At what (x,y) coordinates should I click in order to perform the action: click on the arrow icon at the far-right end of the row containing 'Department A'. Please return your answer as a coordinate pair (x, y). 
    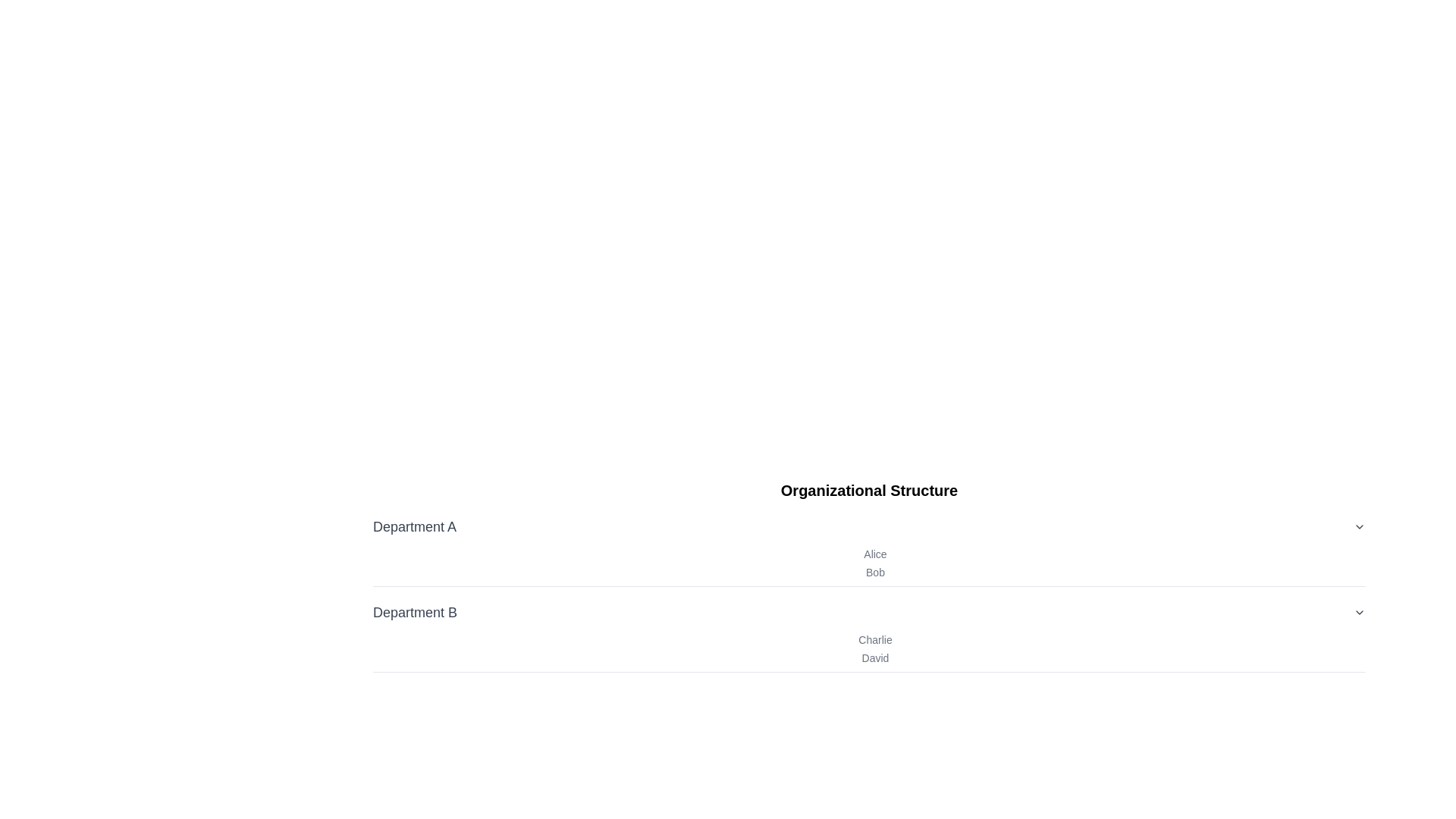
    Looking at the image, I should click on (1360, 526).